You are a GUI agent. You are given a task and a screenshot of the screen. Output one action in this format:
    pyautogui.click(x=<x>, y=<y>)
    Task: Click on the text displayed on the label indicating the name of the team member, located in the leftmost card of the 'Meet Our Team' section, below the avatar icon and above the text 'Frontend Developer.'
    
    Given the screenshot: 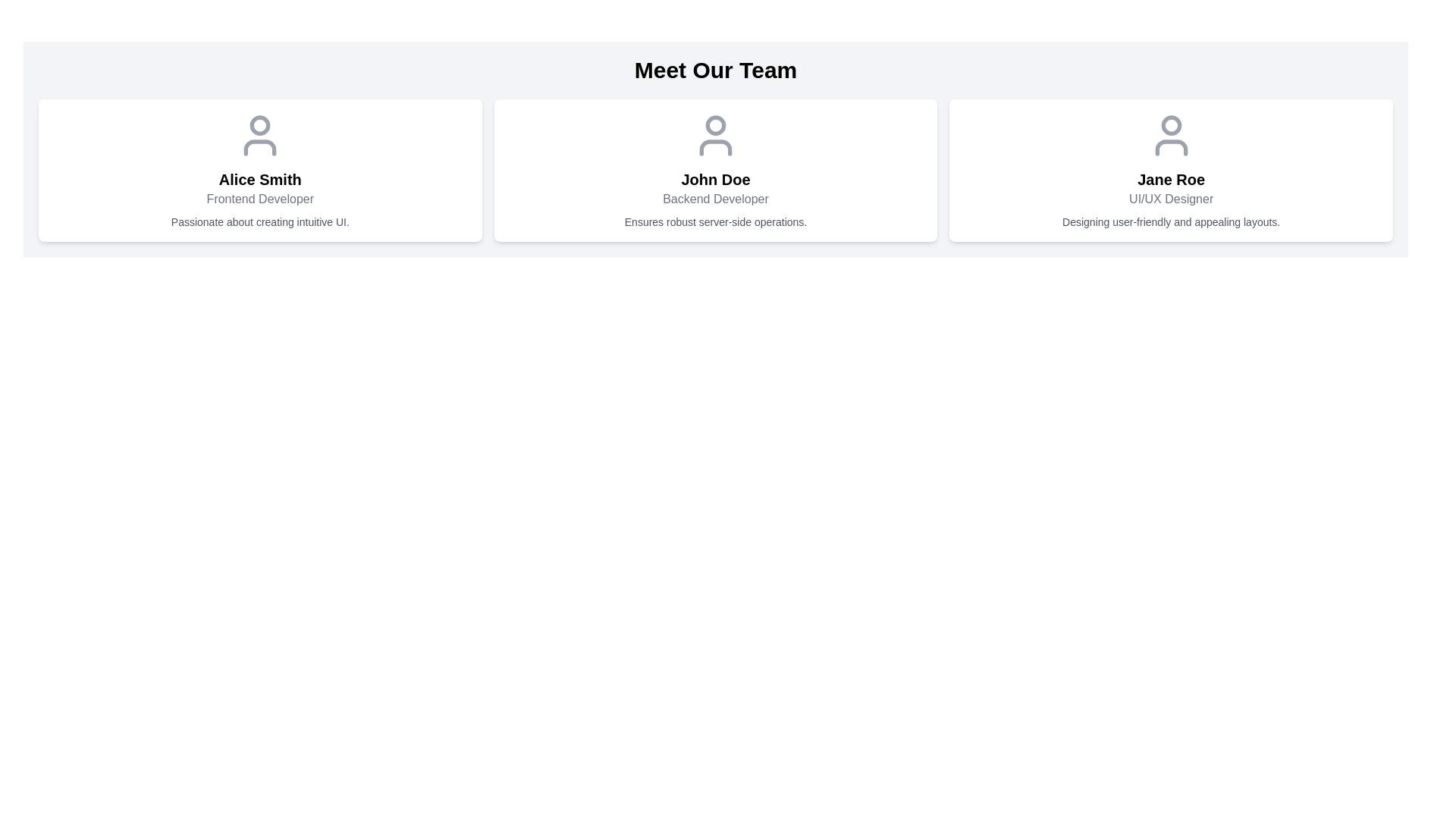 What is the action you would take?
    pyautogui.click(x=260, y=178)
    